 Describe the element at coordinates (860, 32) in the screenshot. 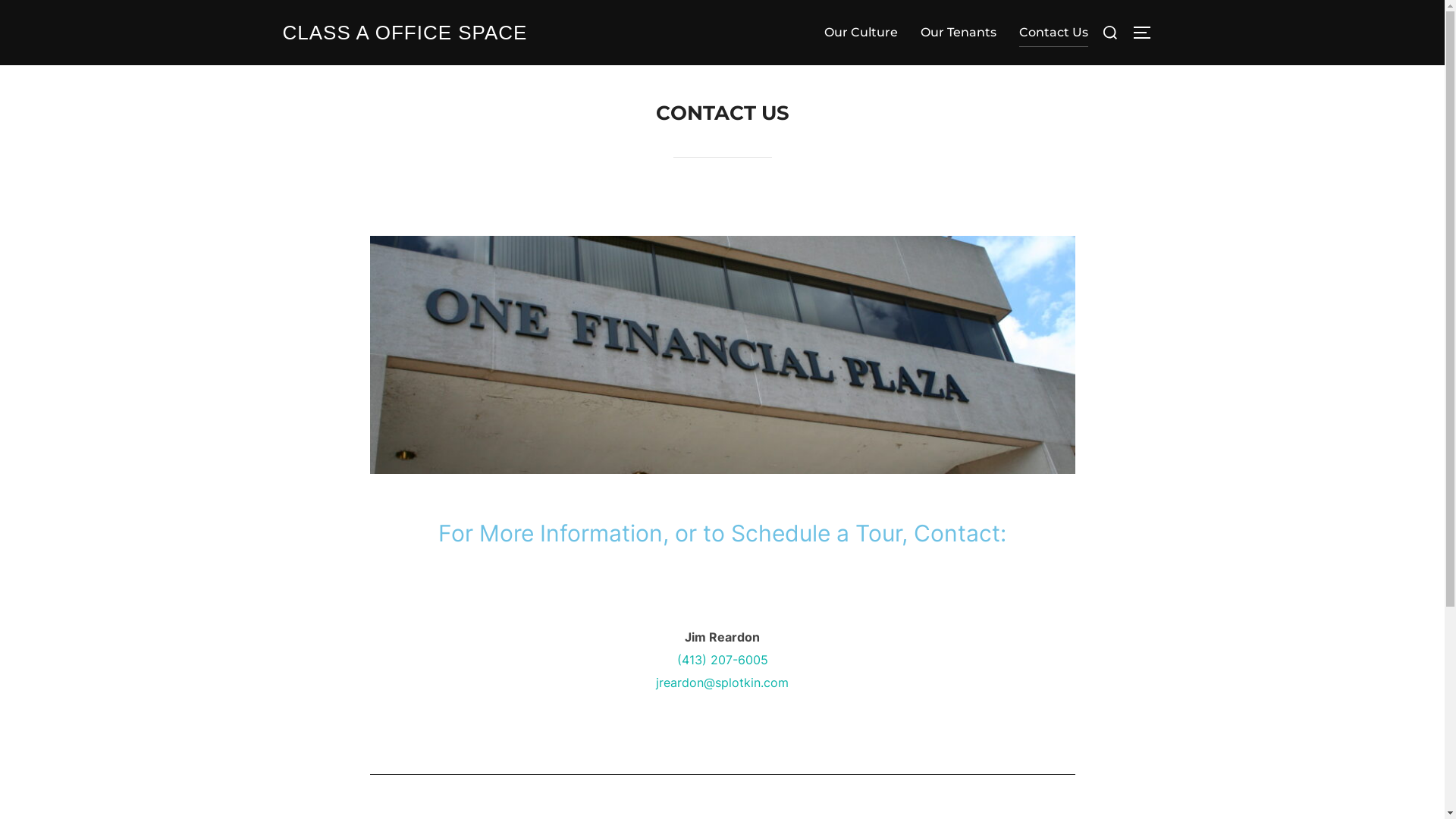

I see `'Our Culture'` at that location.